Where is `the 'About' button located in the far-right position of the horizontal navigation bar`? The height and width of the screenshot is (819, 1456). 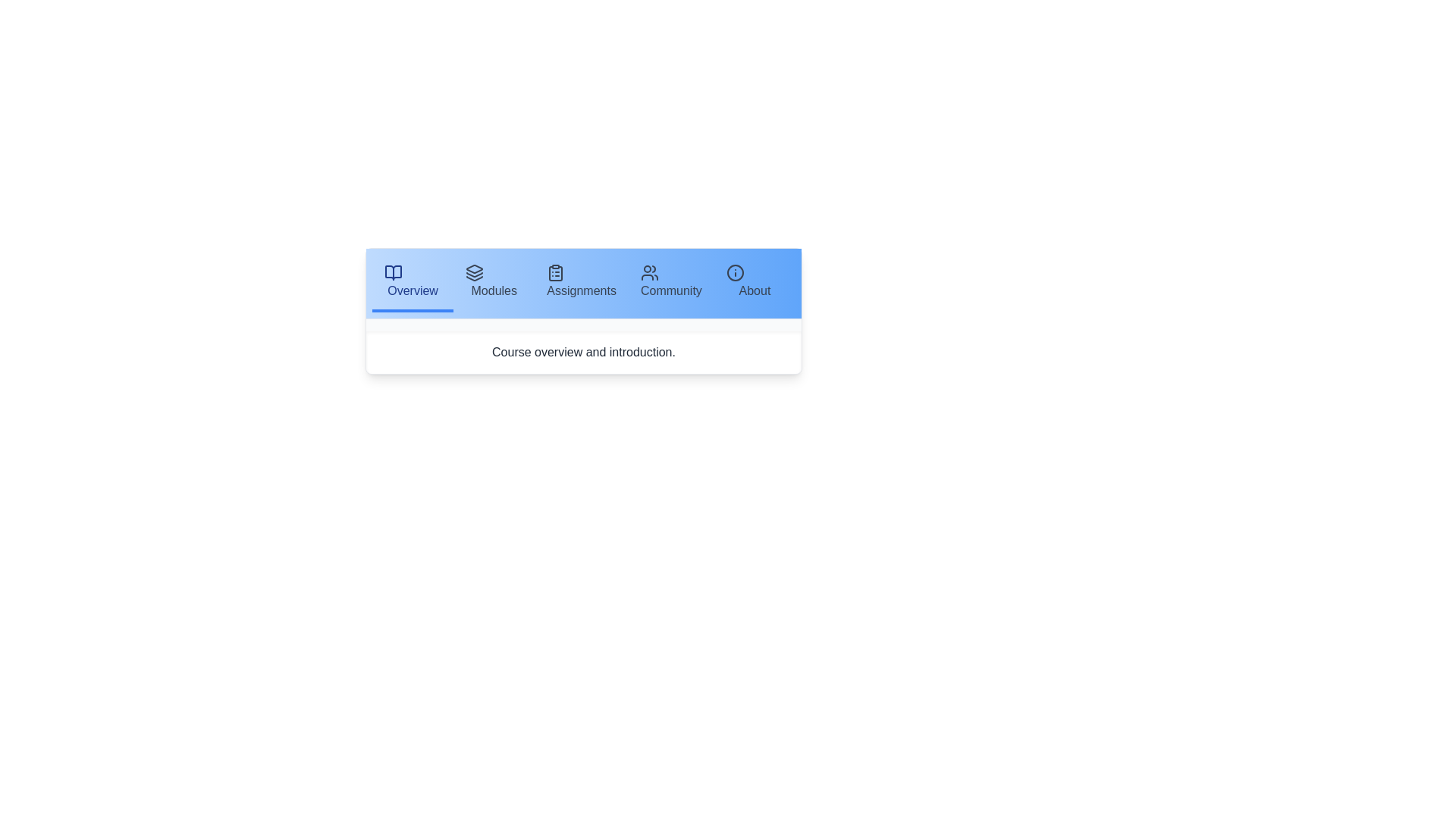
the 'About' button located in the far-right position of the horizontal navigation bar is located at coordinates (755, 291).